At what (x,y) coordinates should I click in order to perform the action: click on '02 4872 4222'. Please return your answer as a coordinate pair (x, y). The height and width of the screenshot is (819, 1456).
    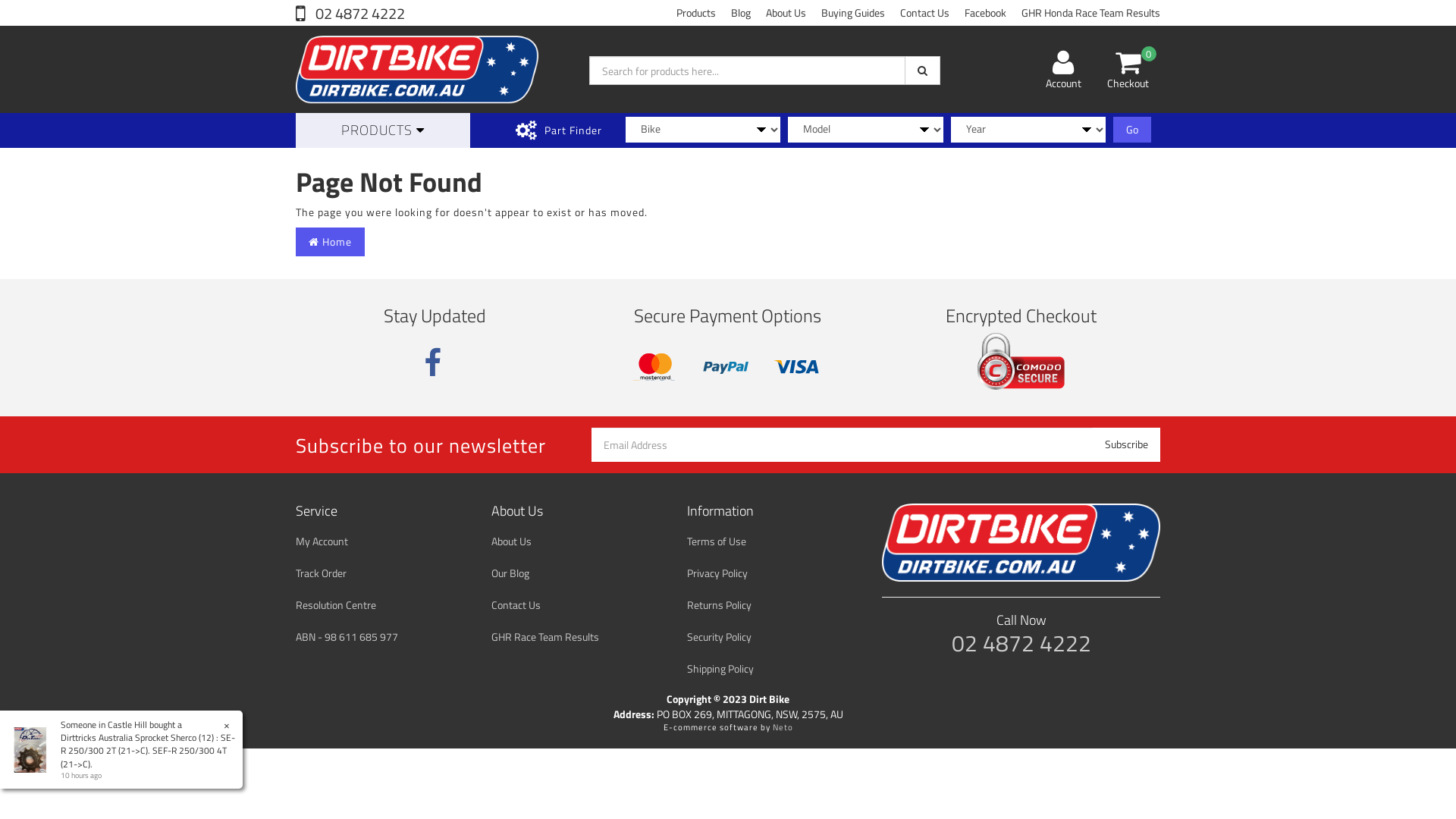
    Looking at the image, I should click on (349, 13).